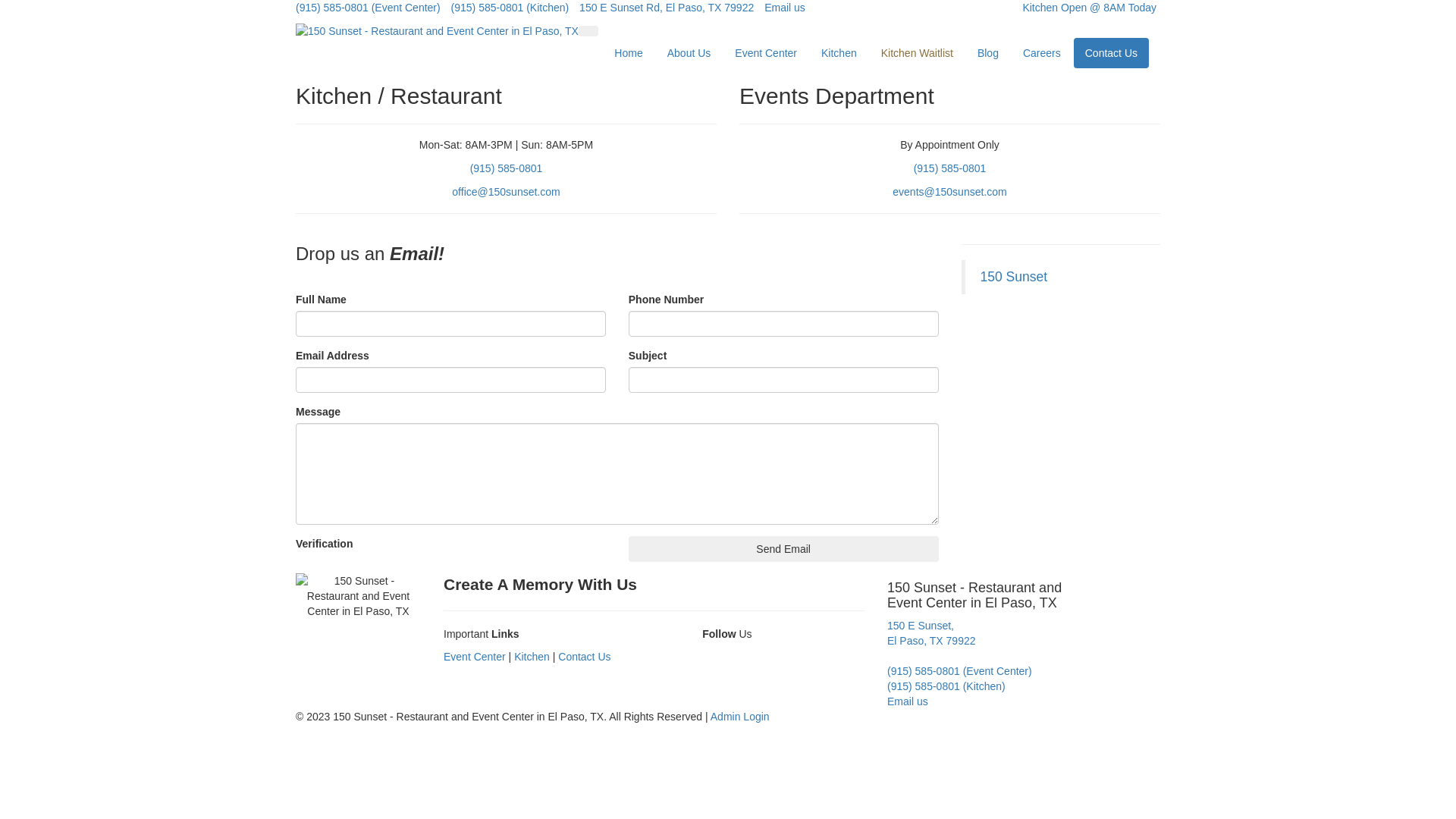 The image size is (1456, 819). Describe the element at coordinates (987, 52) in the screenshot. I see `'Blog'` at that location.